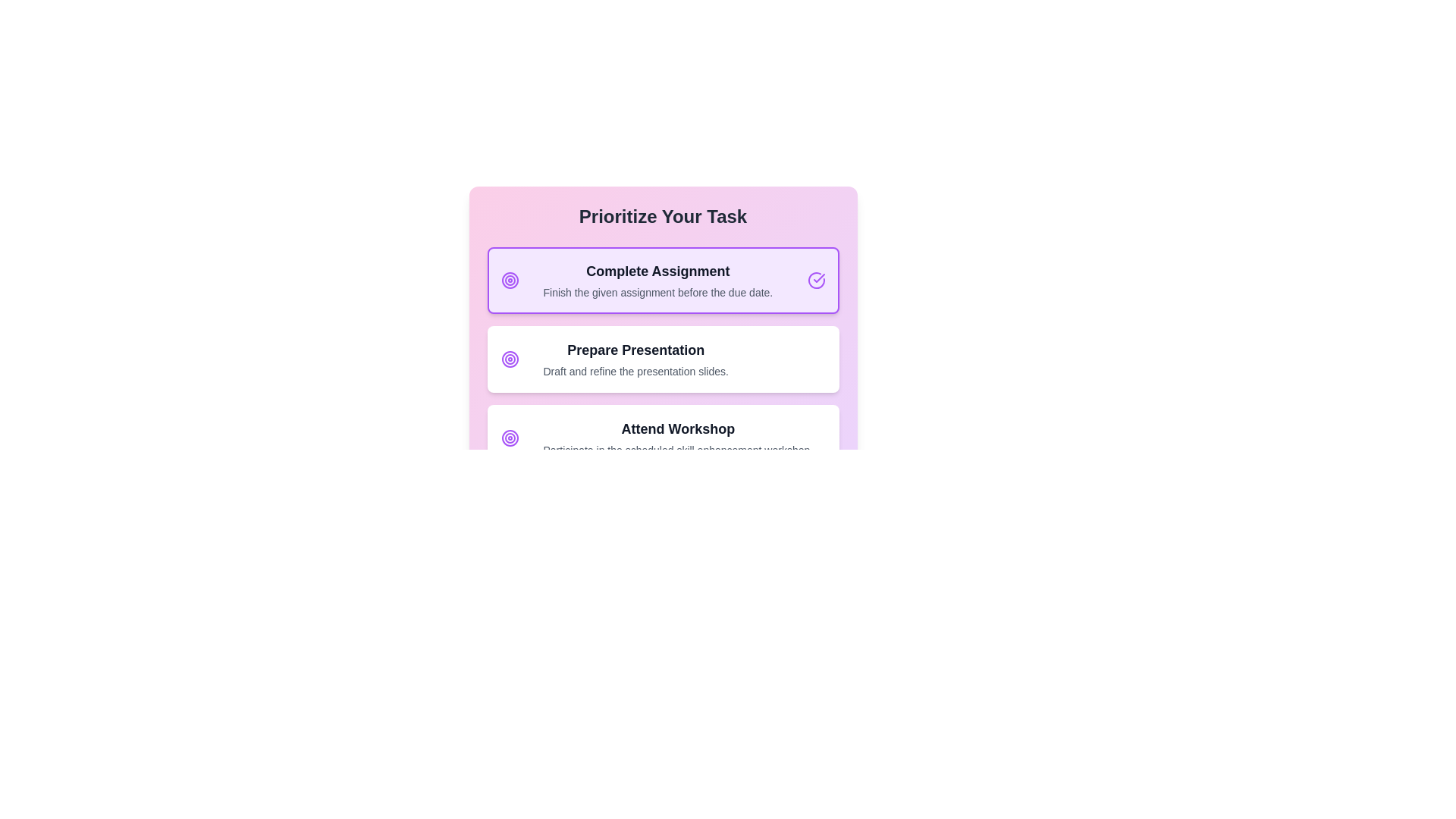 This screenshot has width=1456, height=819. Describe the element at coordinates (677, 450) in the screenshot. I see `the Text Label that provides additional information about 'Attend Workshop', located directly below the heading within a card layout` at that location.